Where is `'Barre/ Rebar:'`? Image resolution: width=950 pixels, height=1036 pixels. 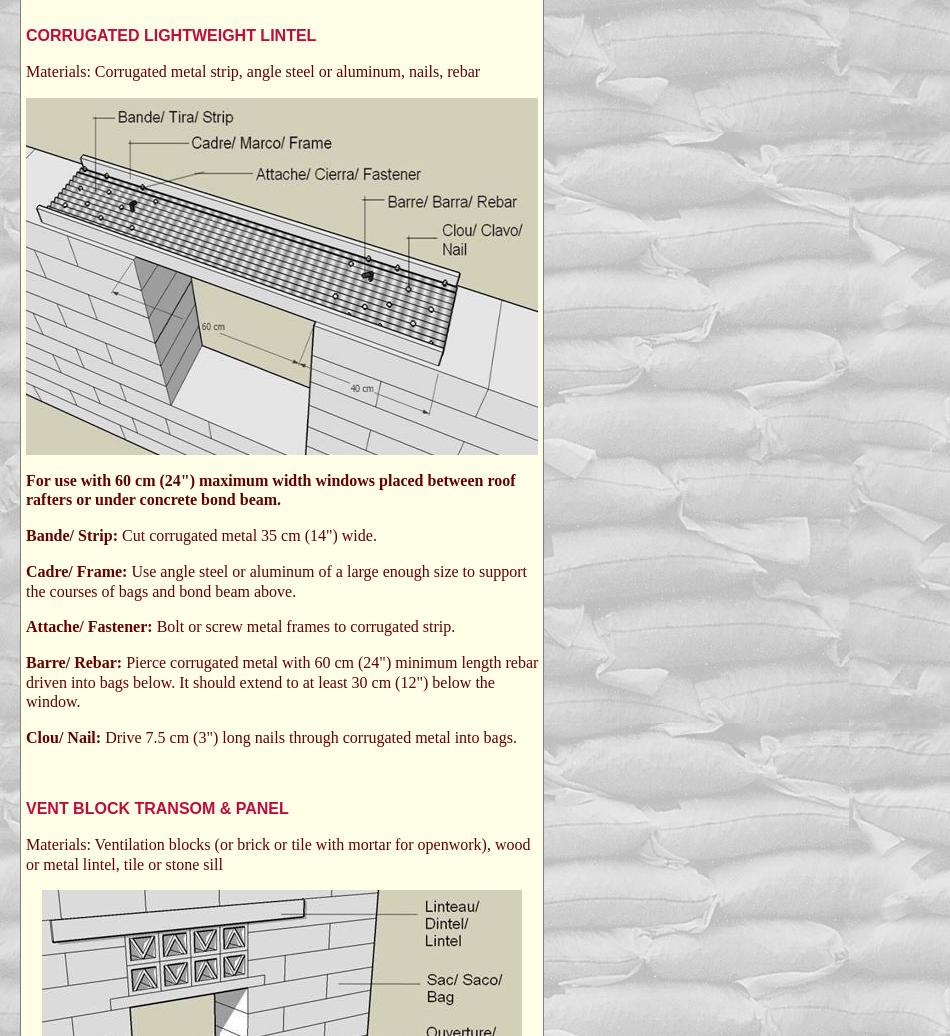 'Barre/ Rebar:' is located at coordinates (26, 661).